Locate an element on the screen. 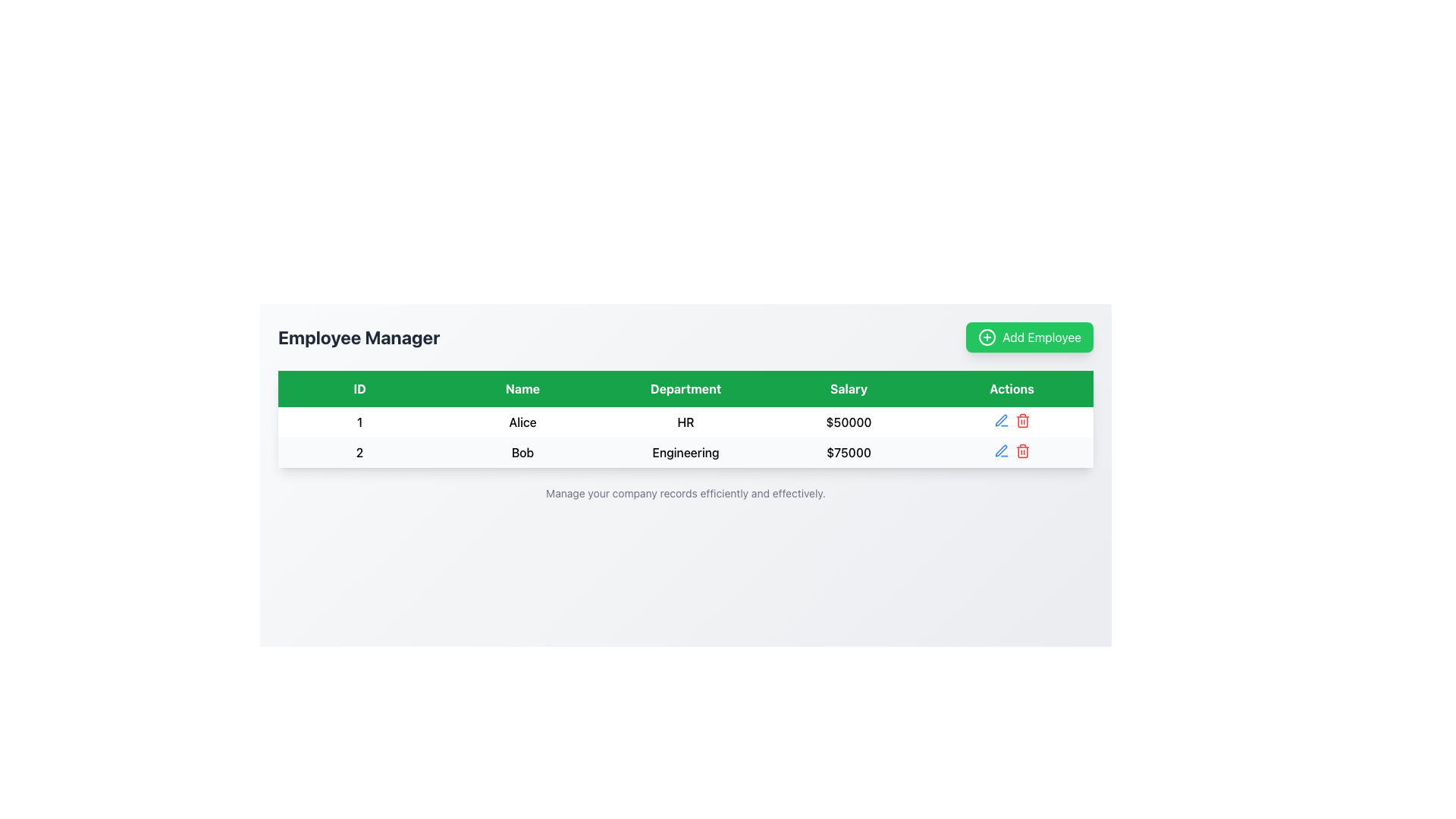  the text label displaying the salary value '$50000' for 'Alice' in the table is located at coordinates (848, 422).